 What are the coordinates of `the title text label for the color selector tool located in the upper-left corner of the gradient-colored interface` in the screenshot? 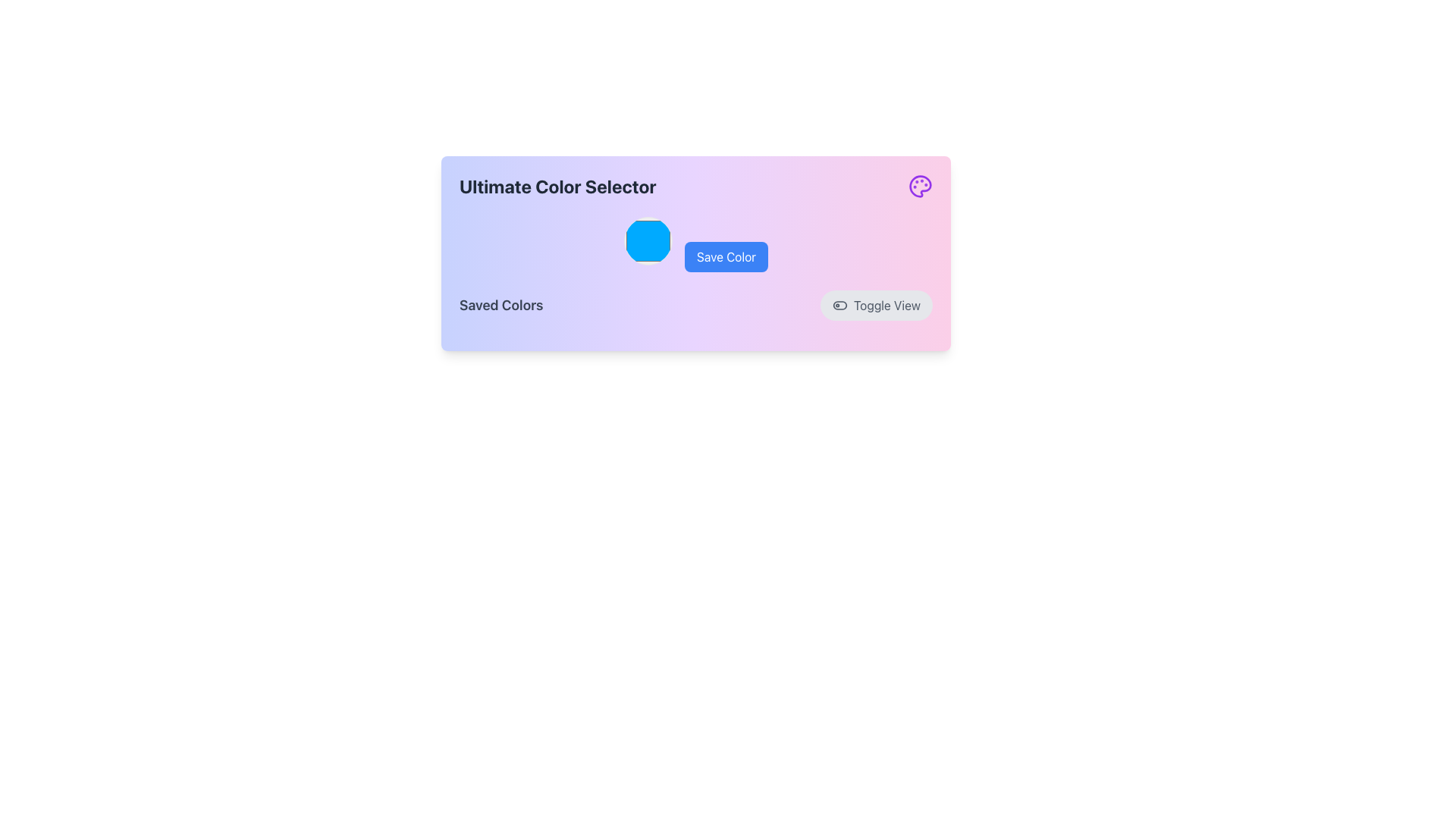 It's located at (557, 186).